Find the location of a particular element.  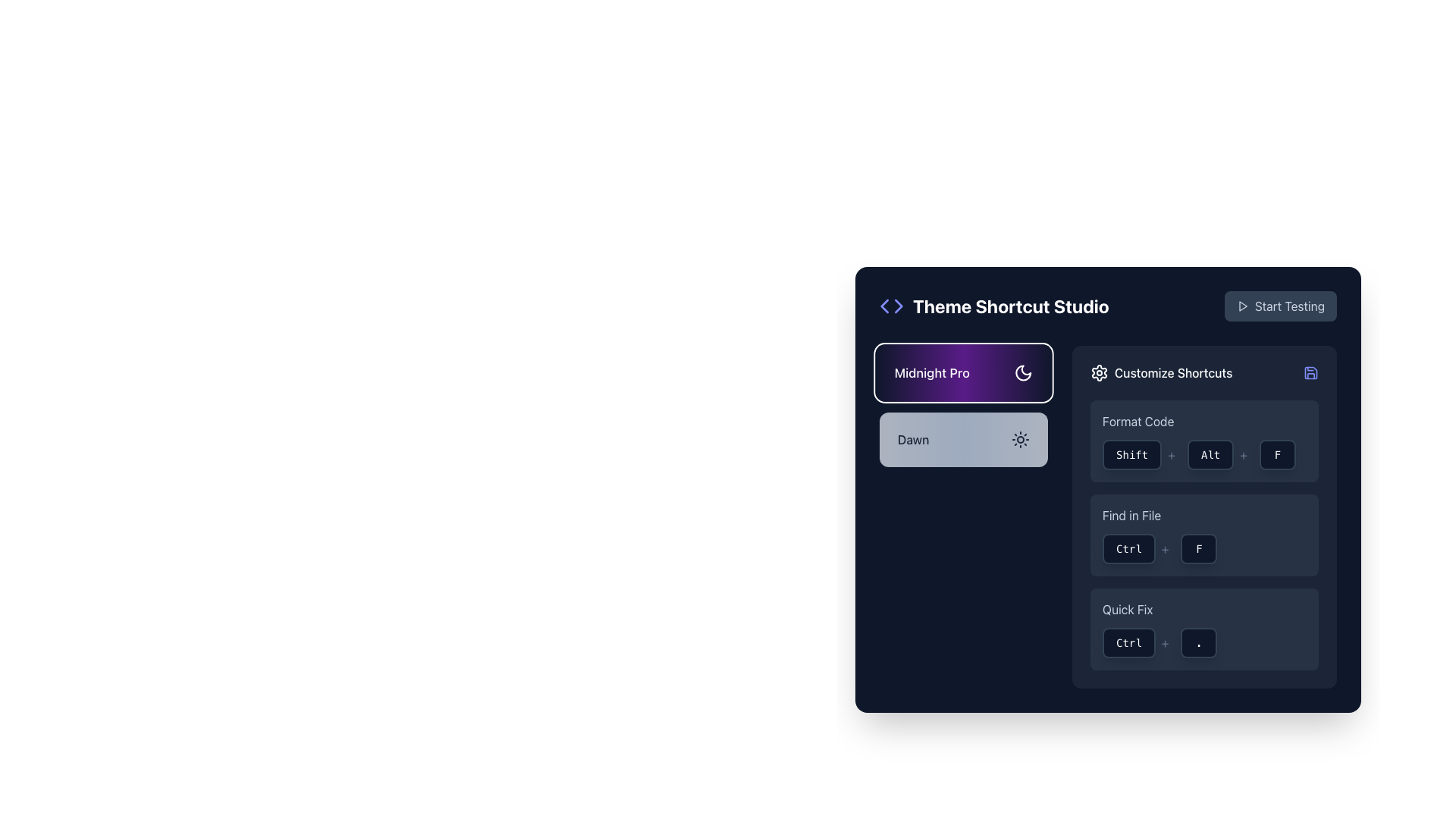

the 'Dawn' theme icon located to the right of the text 'Dawn', which is the second item in the horizontal layout of themes is located at coordinates (1020, 439).